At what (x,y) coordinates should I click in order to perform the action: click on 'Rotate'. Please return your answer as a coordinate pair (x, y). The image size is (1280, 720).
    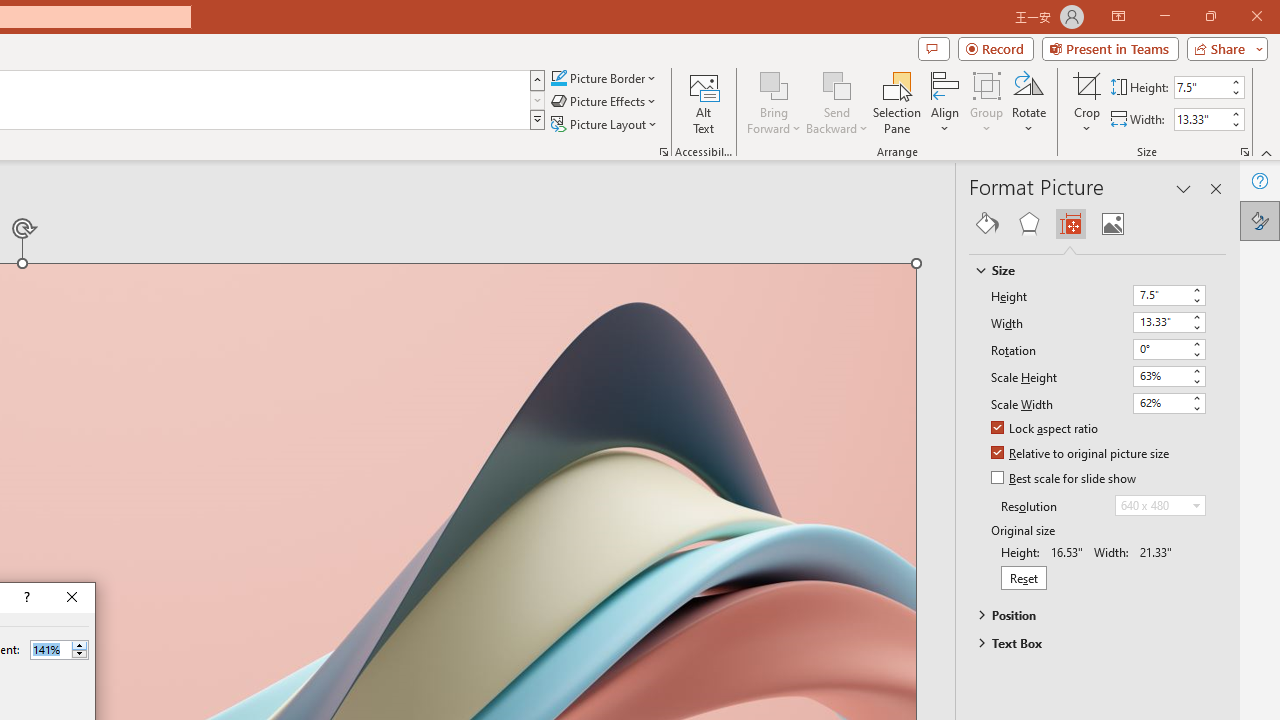
    Looking at the image, I should click on (1029, 103).